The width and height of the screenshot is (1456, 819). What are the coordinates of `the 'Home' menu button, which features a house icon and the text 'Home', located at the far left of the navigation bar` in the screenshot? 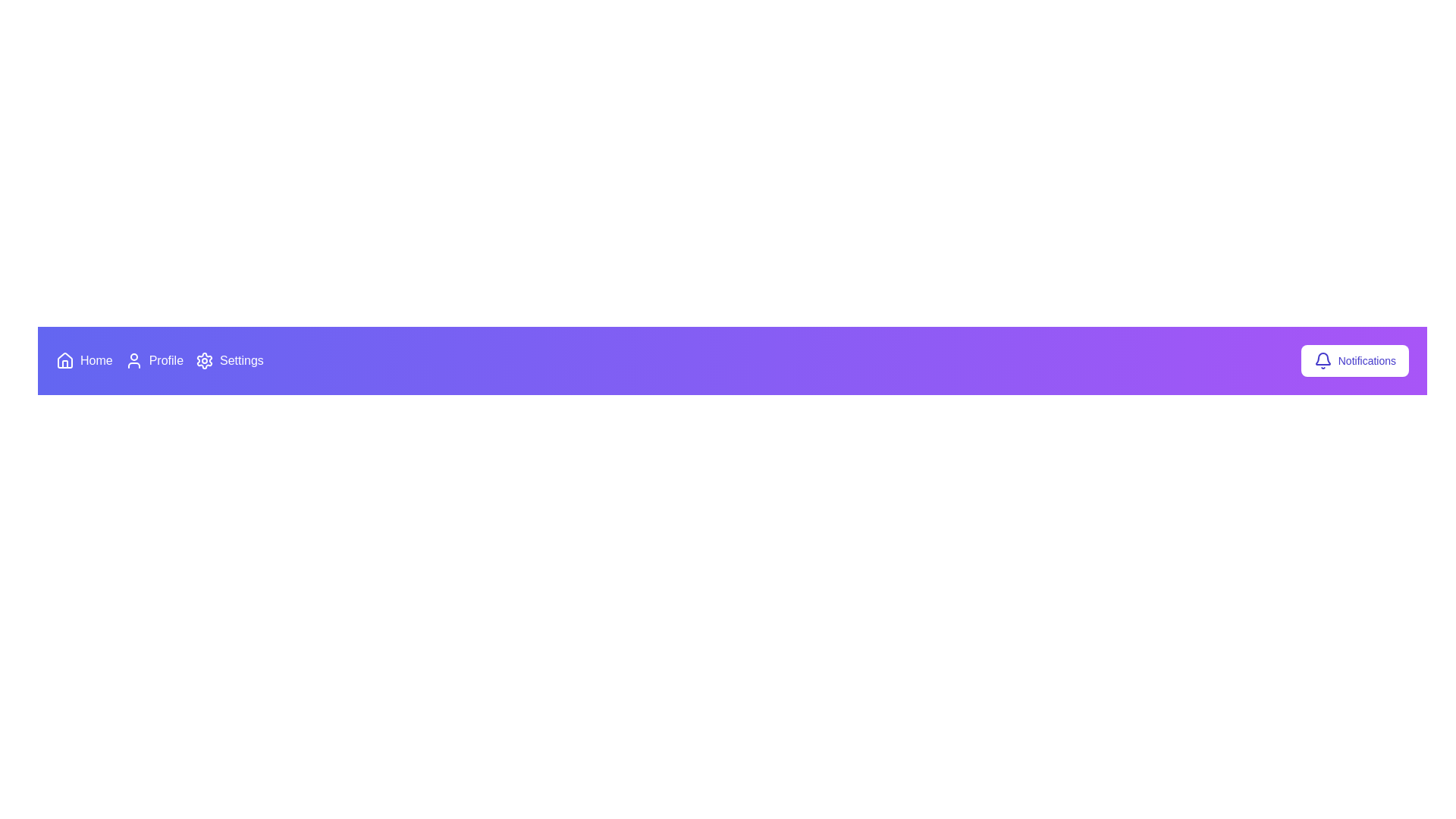 It's located at (83, 360).